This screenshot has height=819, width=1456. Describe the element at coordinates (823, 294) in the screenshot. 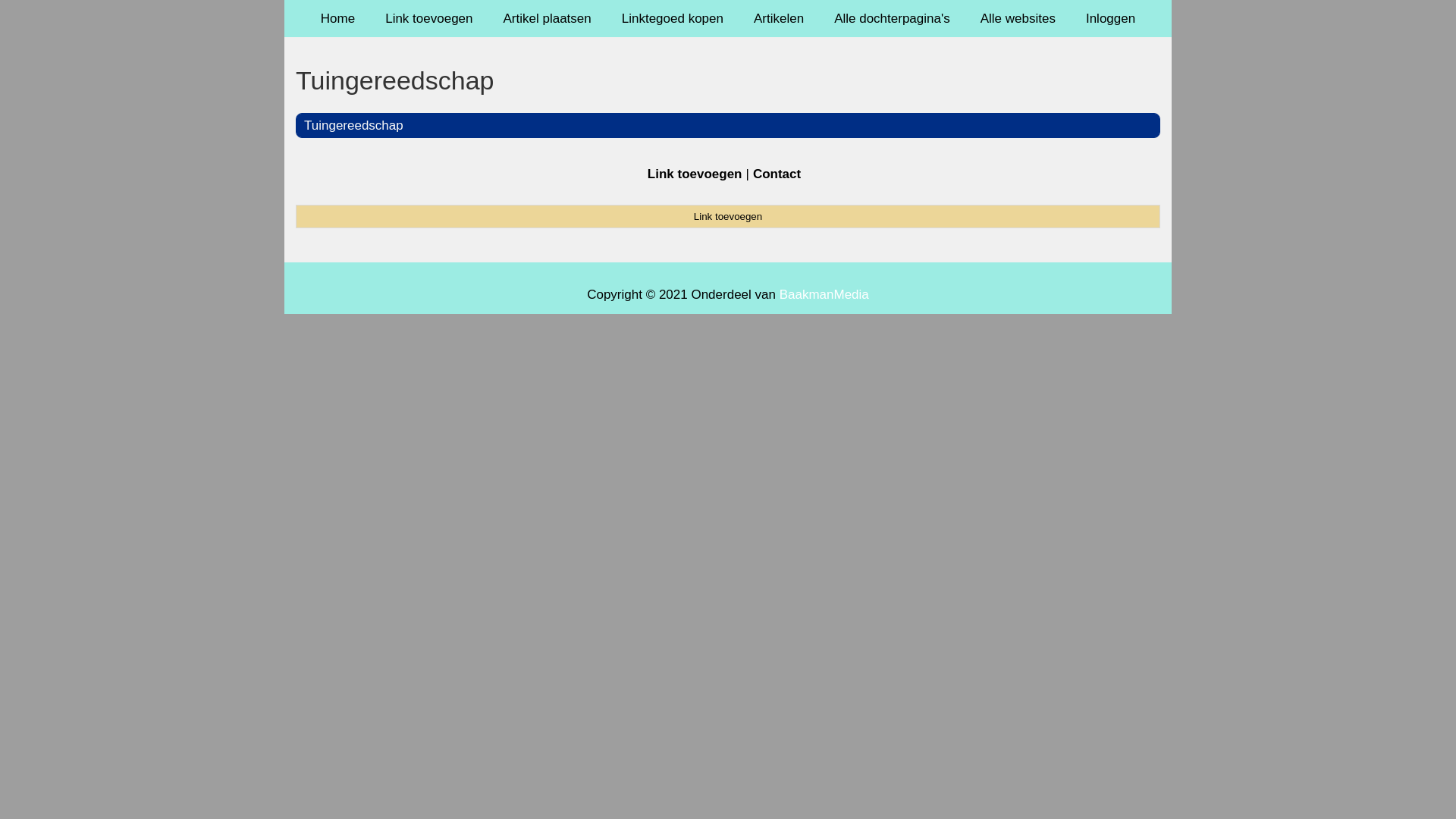

I see `'BaakmanMedia'` at that location.